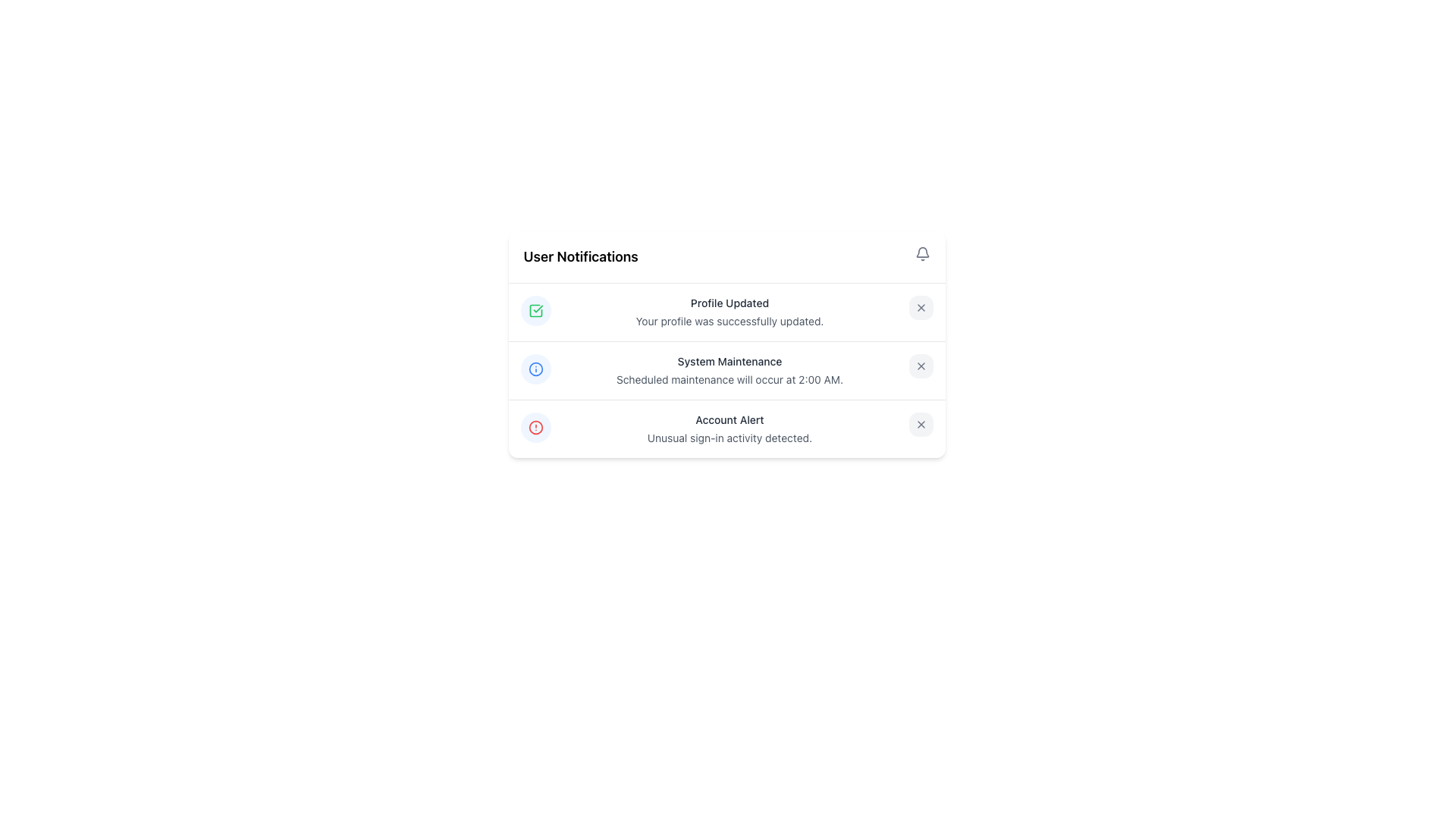 The height and width of the screenshot is (819, 1456). Describe the element at coordinates (920, 366) in the screenshot. I see `the dismiss icon shaped like an 'X' located to the far-right side of the 'System Maintenance' notification` at that location.